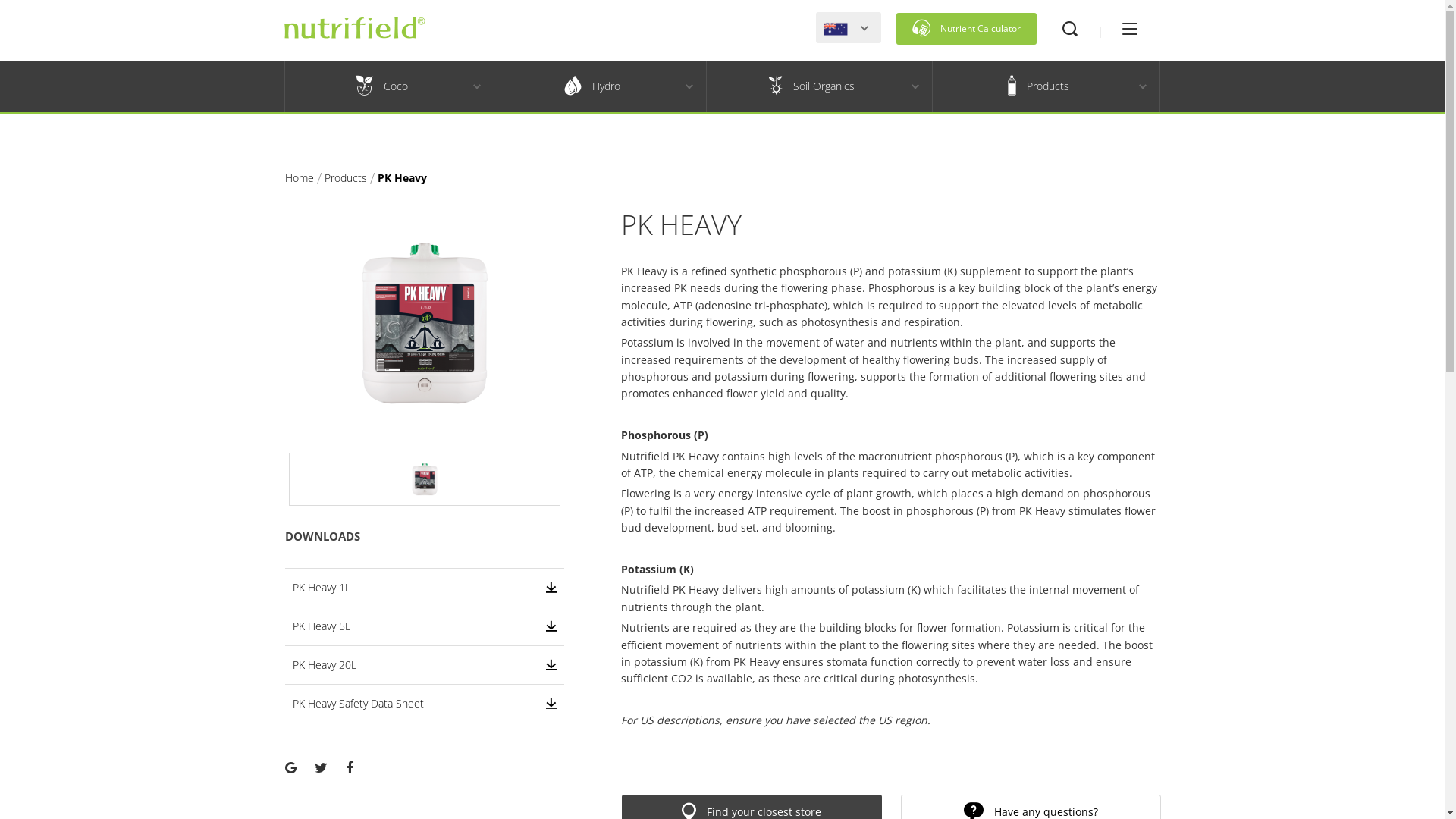  Describe the element at coordinates (292, 704) in the screenshot. I see `'PK Heavy Safety Data Sheet'` at that location.